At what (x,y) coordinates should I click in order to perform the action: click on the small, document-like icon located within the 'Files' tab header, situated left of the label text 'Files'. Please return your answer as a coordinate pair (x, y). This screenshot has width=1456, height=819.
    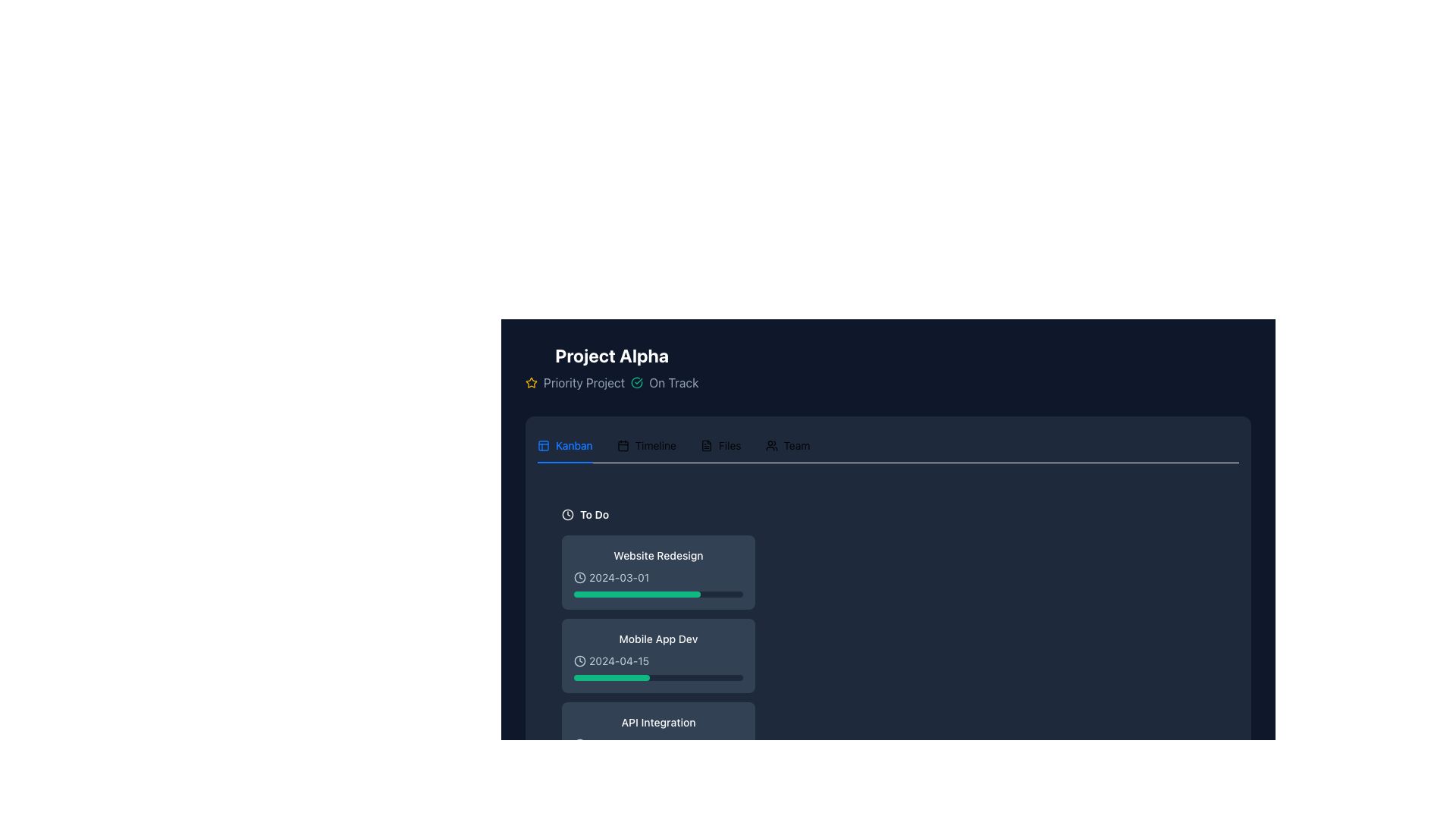
    Looking at the image, I should click on (705, 444).